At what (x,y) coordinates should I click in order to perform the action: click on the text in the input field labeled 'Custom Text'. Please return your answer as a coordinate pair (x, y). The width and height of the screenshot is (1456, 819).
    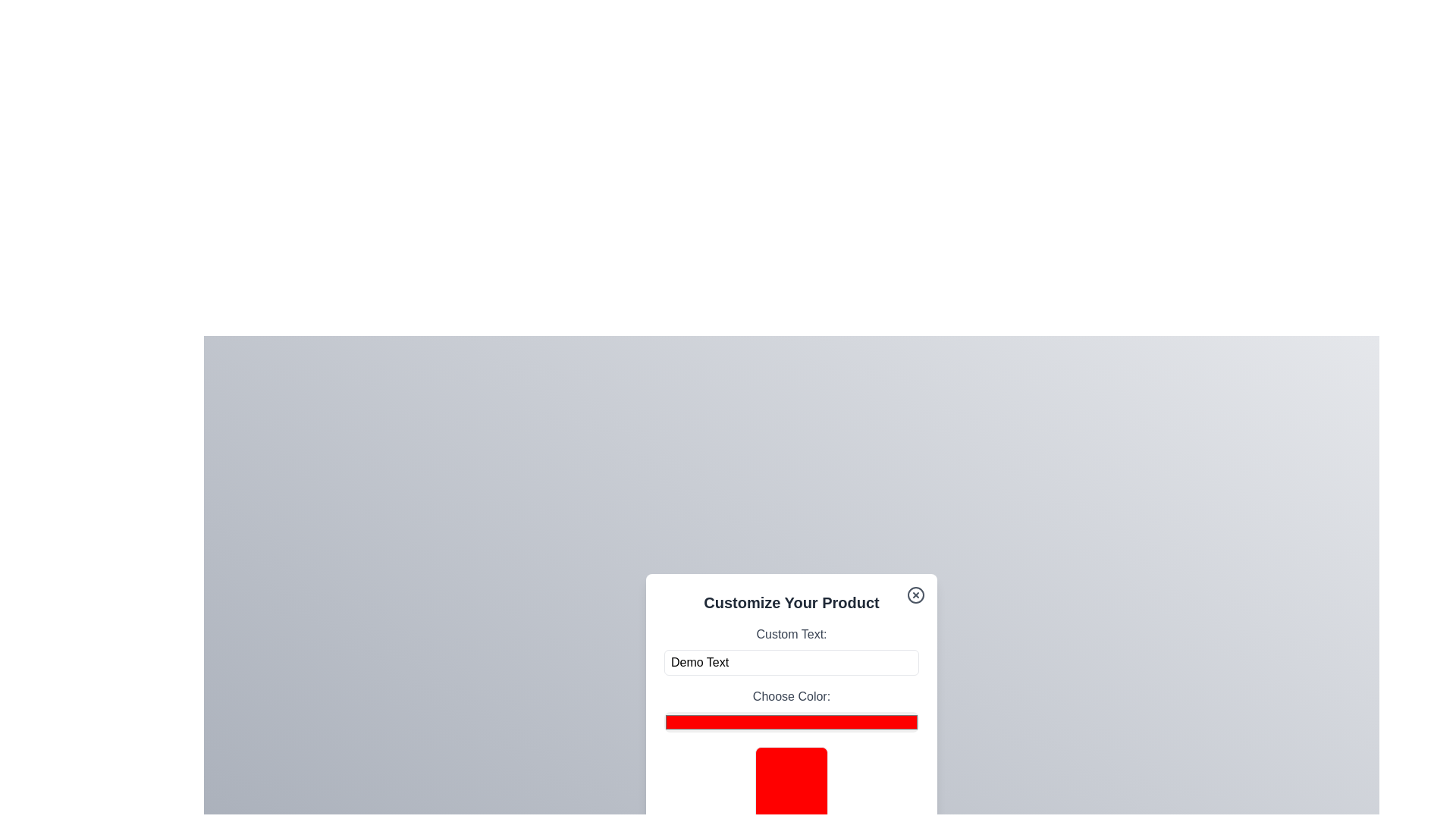
    Looking at the image, I should click on (790, 662).